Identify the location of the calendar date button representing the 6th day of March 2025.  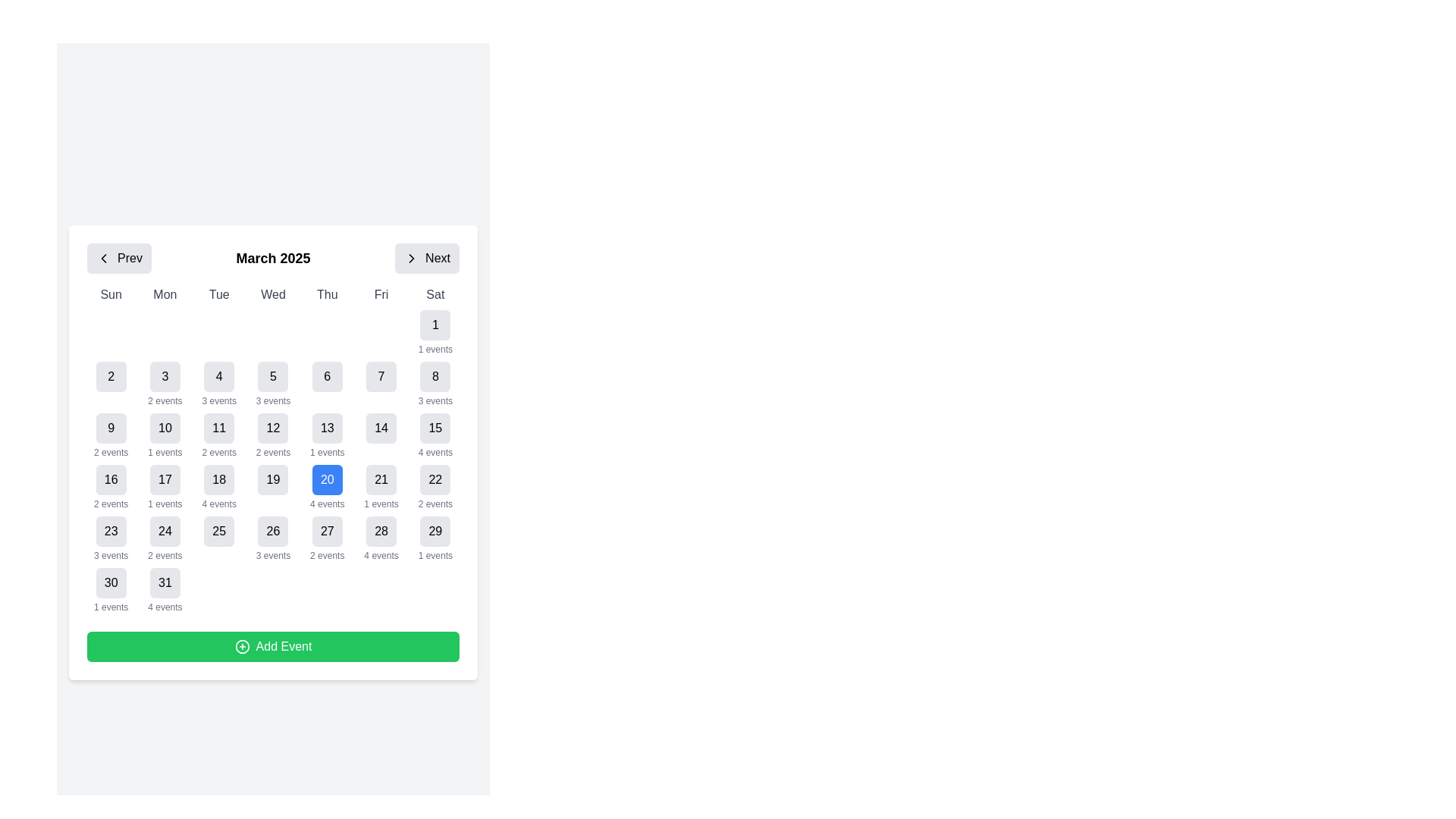
(326, 376).